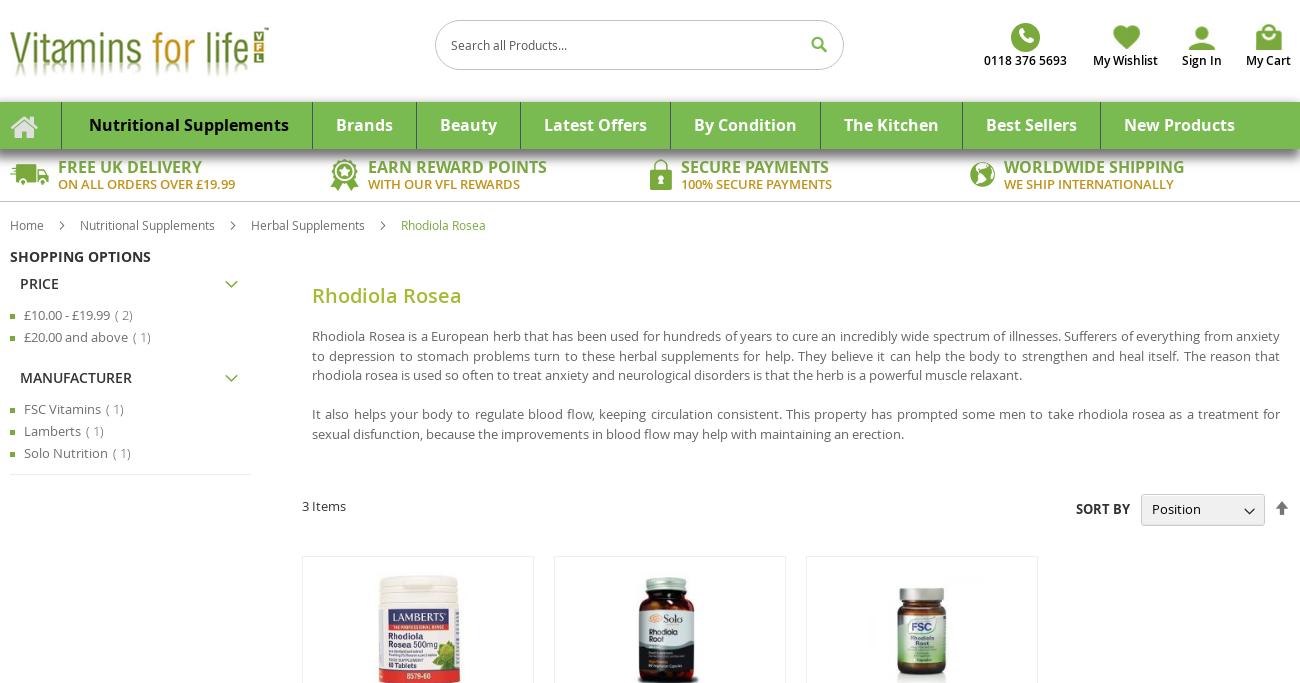 Image resolution: width=1300 pixels, height=683 pixels. What do you see at coordinates (756, 182) in the screenshot?
I see `'100% secure payments'` at bounding box center [756, 182].